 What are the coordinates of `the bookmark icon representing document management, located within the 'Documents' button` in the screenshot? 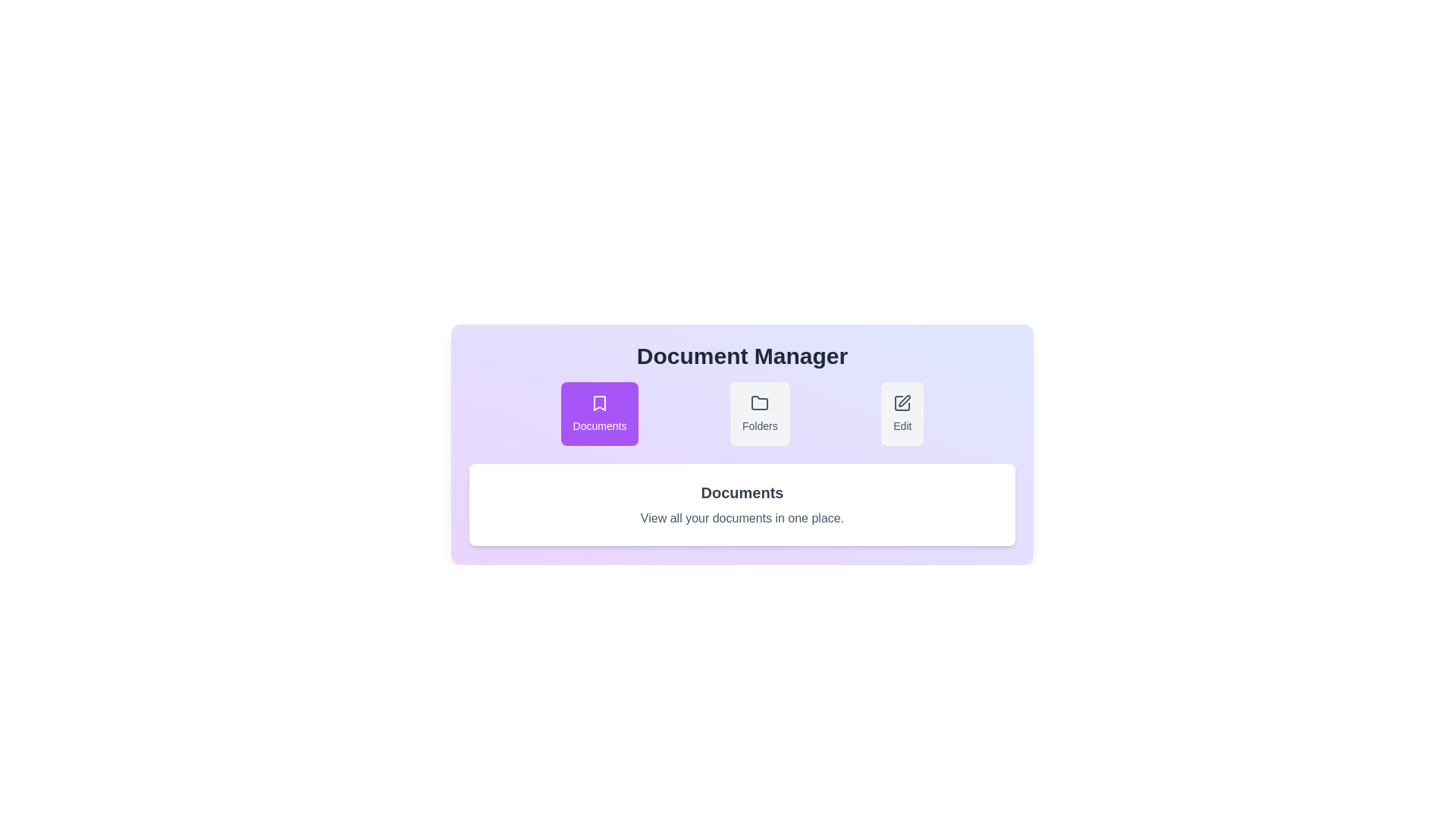 It's located at (599, 403).